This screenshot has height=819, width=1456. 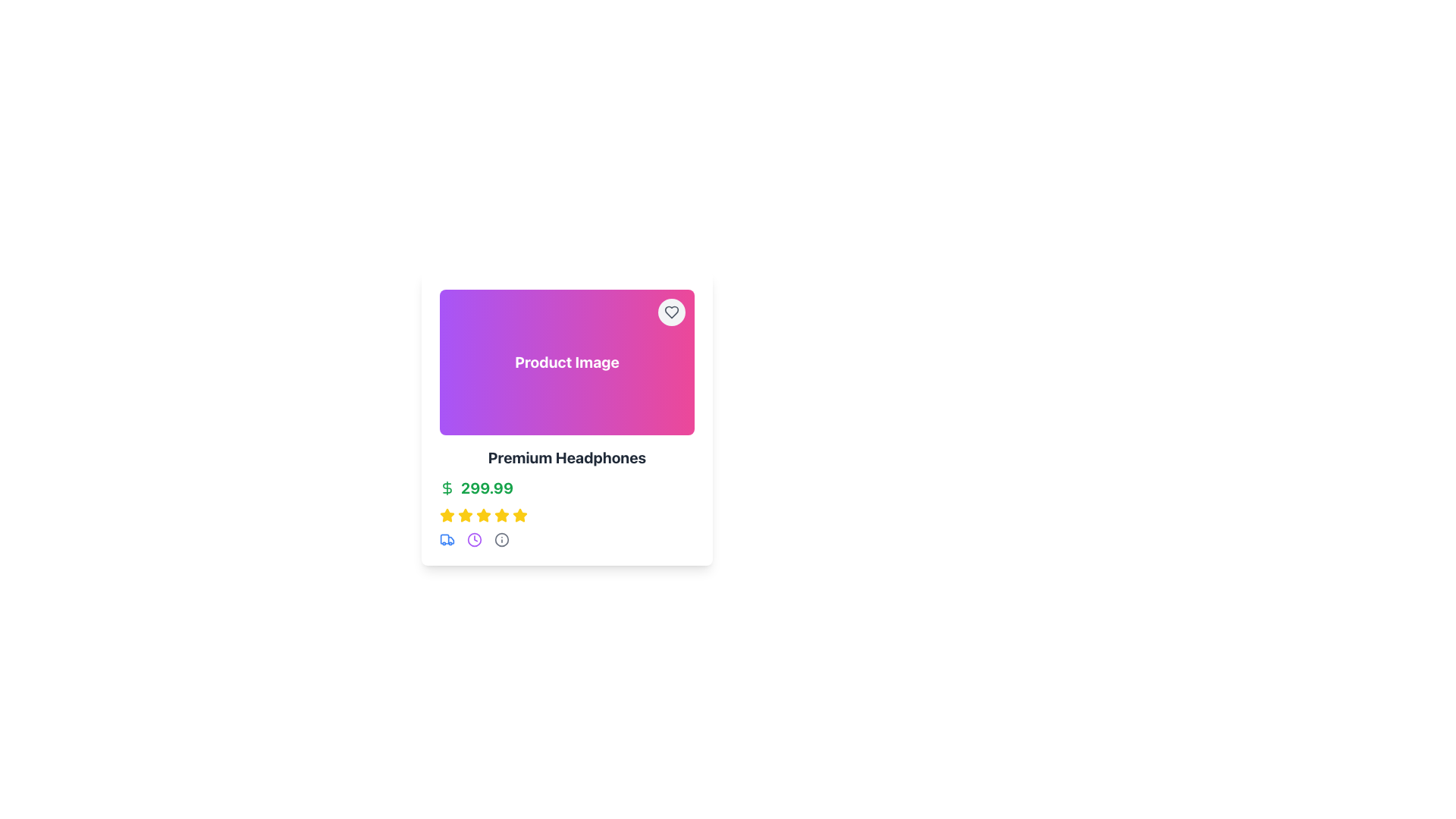 What do you see at coordinates (502, 514) in the screenshot?
I see `seventh star icon, styled with a yellow fill and border outline, which represents a rating component in the product card` at bounding box center [502, 514].